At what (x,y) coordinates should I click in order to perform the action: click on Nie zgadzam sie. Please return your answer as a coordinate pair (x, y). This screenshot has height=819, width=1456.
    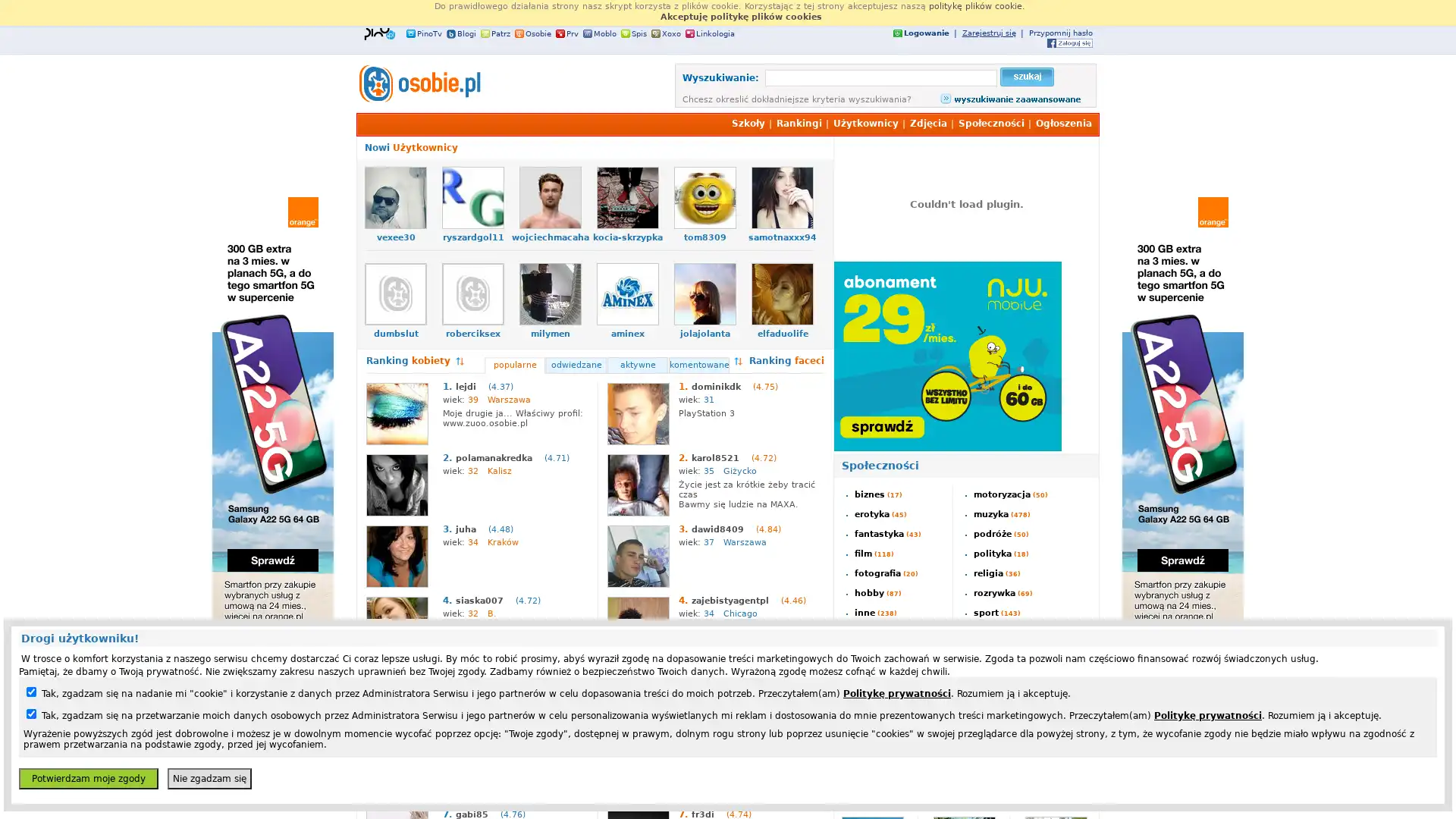
    Looking at the image, I should click on (209, 778).